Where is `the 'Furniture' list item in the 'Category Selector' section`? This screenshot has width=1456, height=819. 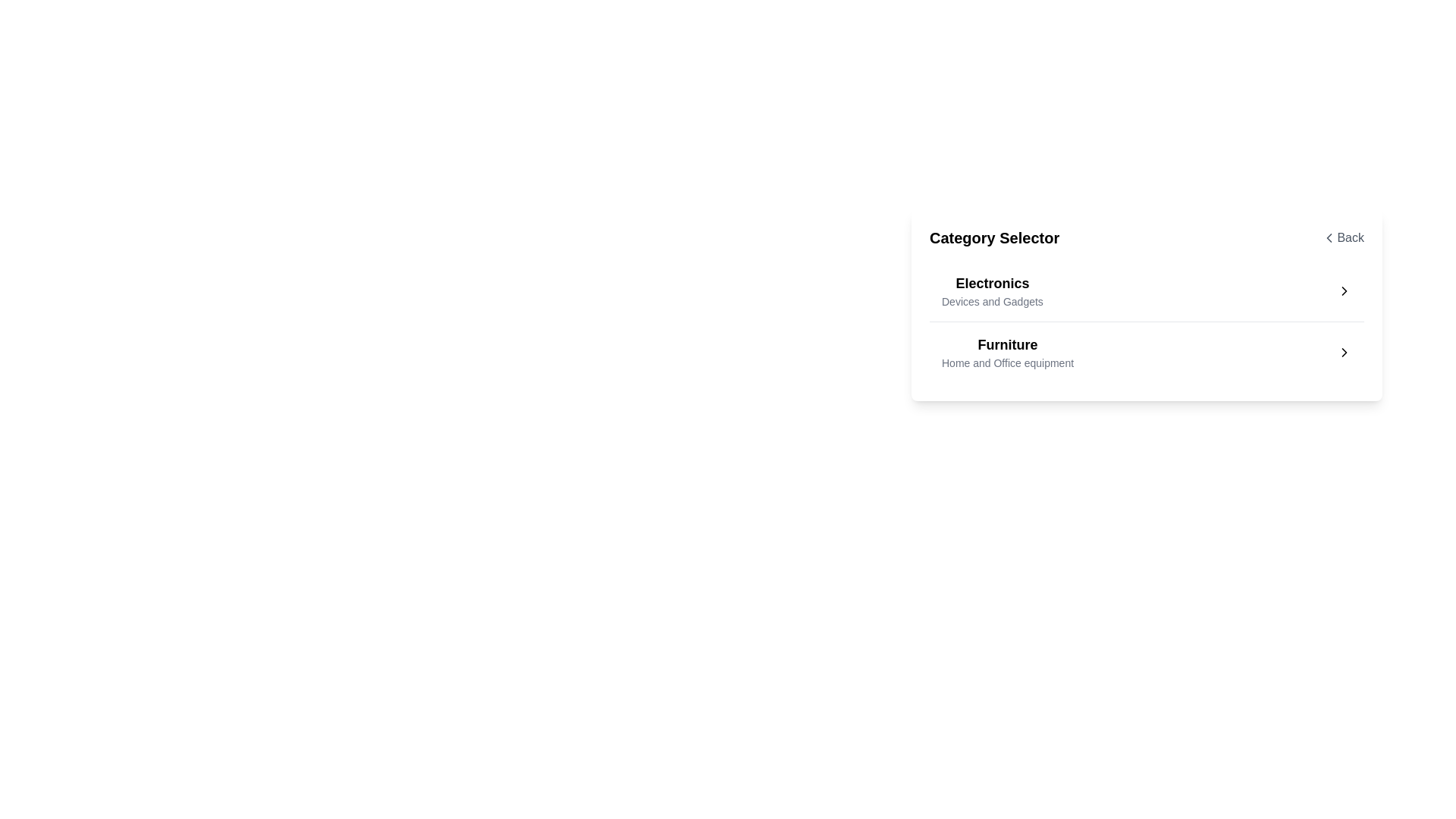
the 'Furniture' list item in the 'Category Selector' section is located at coordinates (1008, 353).